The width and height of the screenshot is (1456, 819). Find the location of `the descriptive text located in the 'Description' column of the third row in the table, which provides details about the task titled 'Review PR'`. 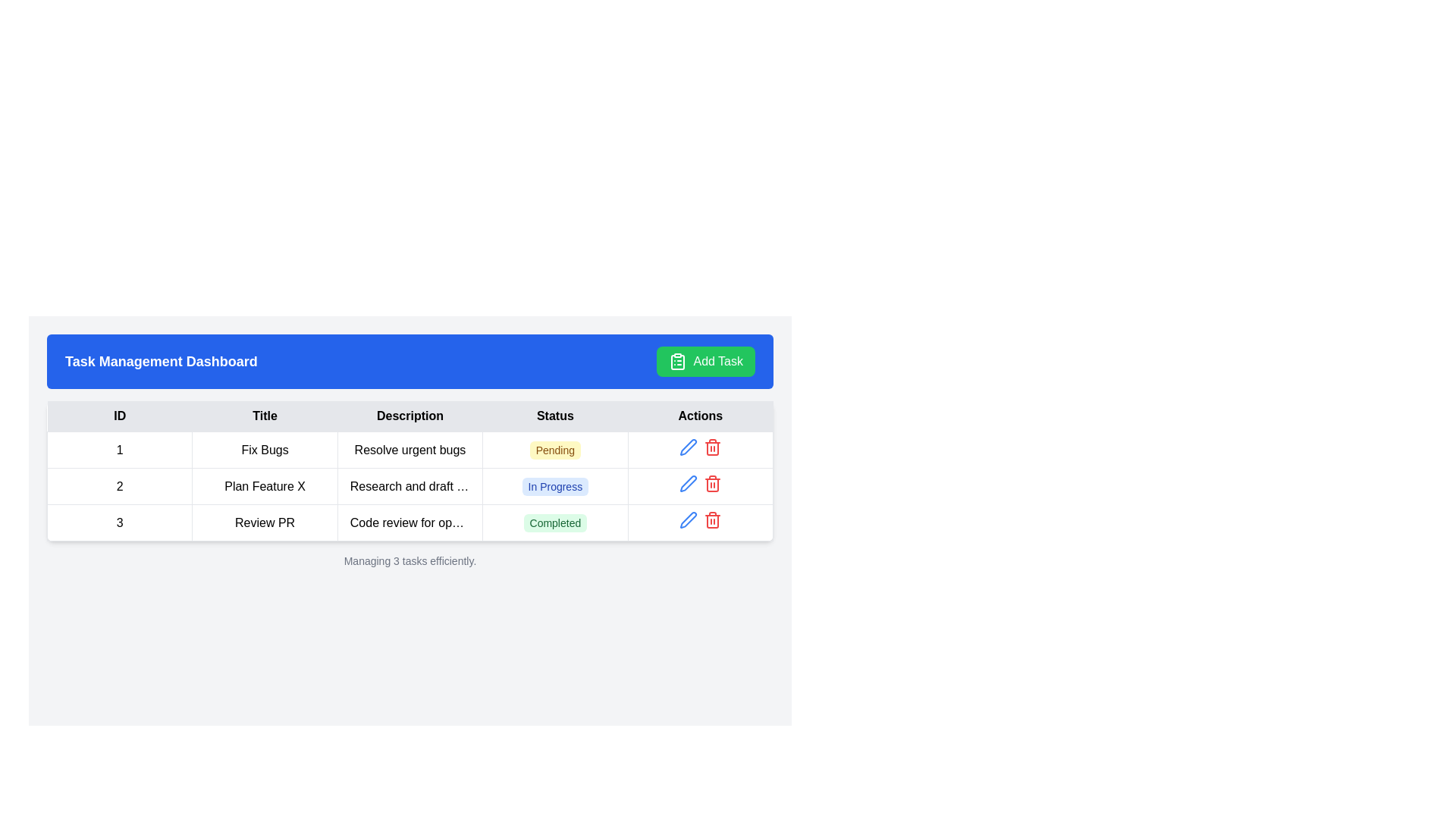

the descriptive text located in the 'Description' column of the third row in the table, which provides details about the task titled 'Review PR' is located at coordinates (410, 522).